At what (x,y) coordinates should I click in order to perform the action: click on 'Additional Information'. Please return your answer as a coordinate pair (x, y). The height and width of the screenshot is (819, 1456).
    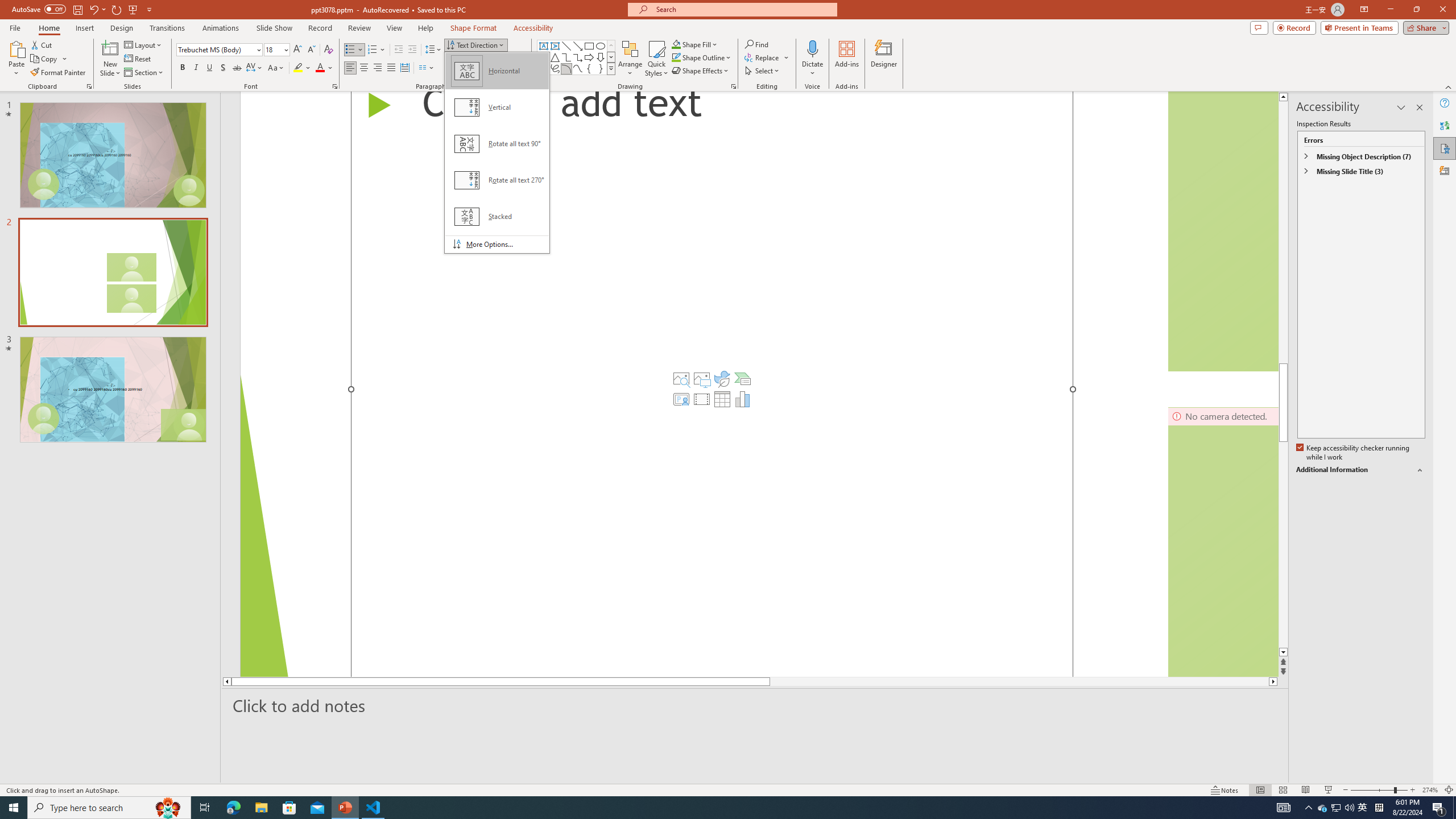
    Looking at the image, I should click on (1360, 470).